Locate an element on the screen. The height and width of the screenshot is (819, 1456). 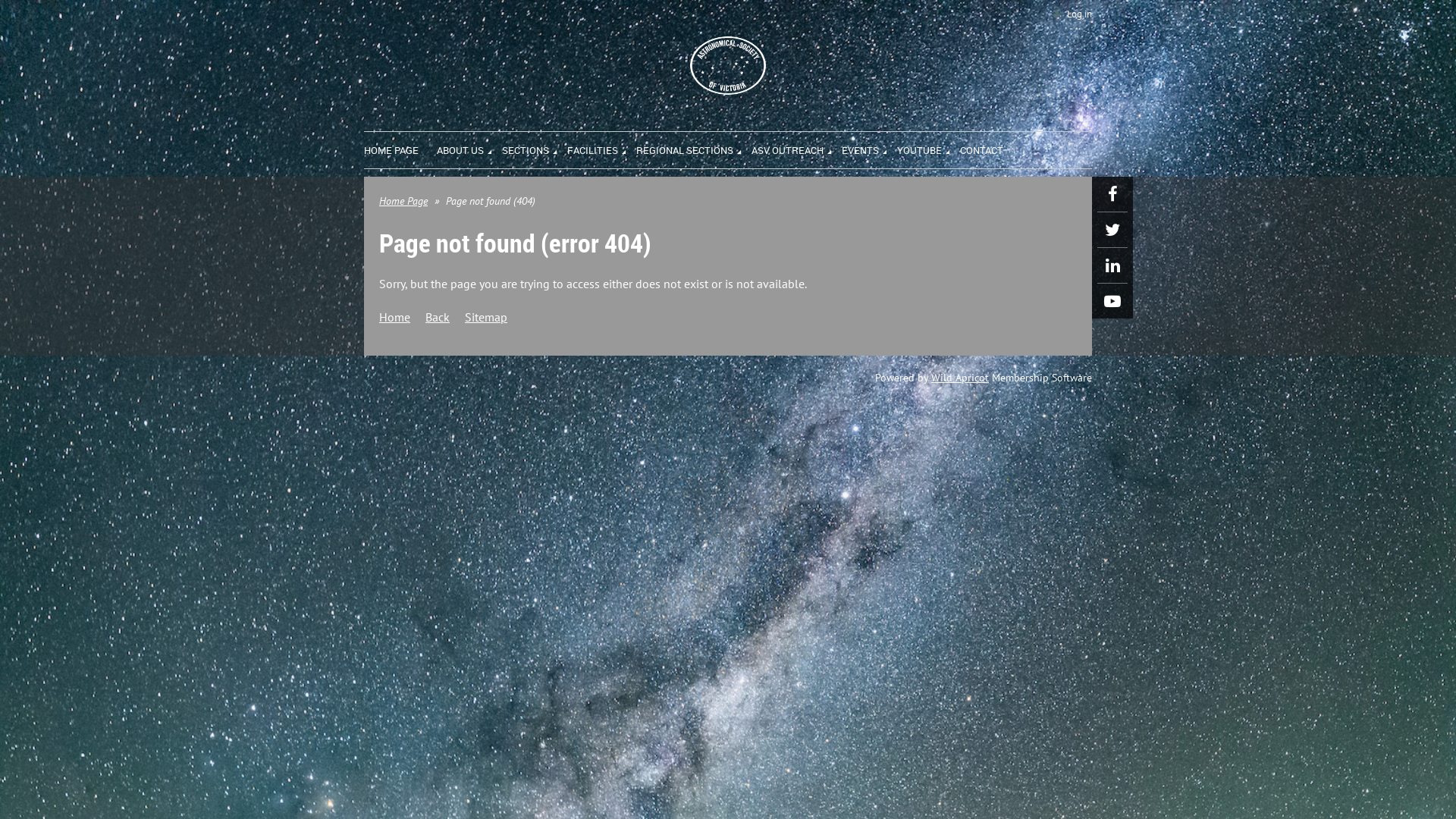
'YouTube' is located at coordinates (1112, 301).